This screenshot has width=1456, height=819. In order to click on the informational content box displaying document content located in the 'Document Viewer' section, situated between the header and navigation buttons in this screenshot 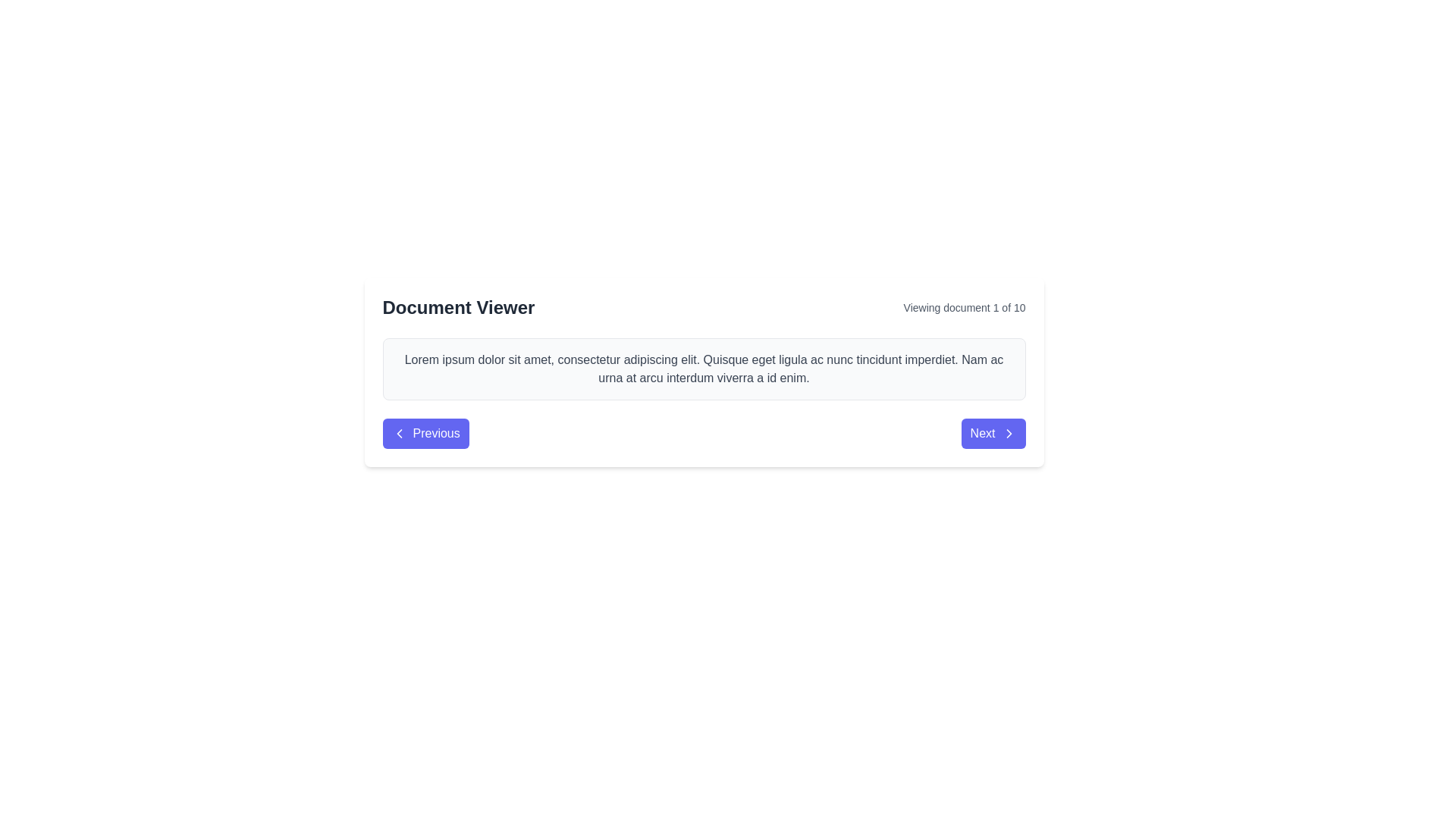, I will do `click(703, 369)`.